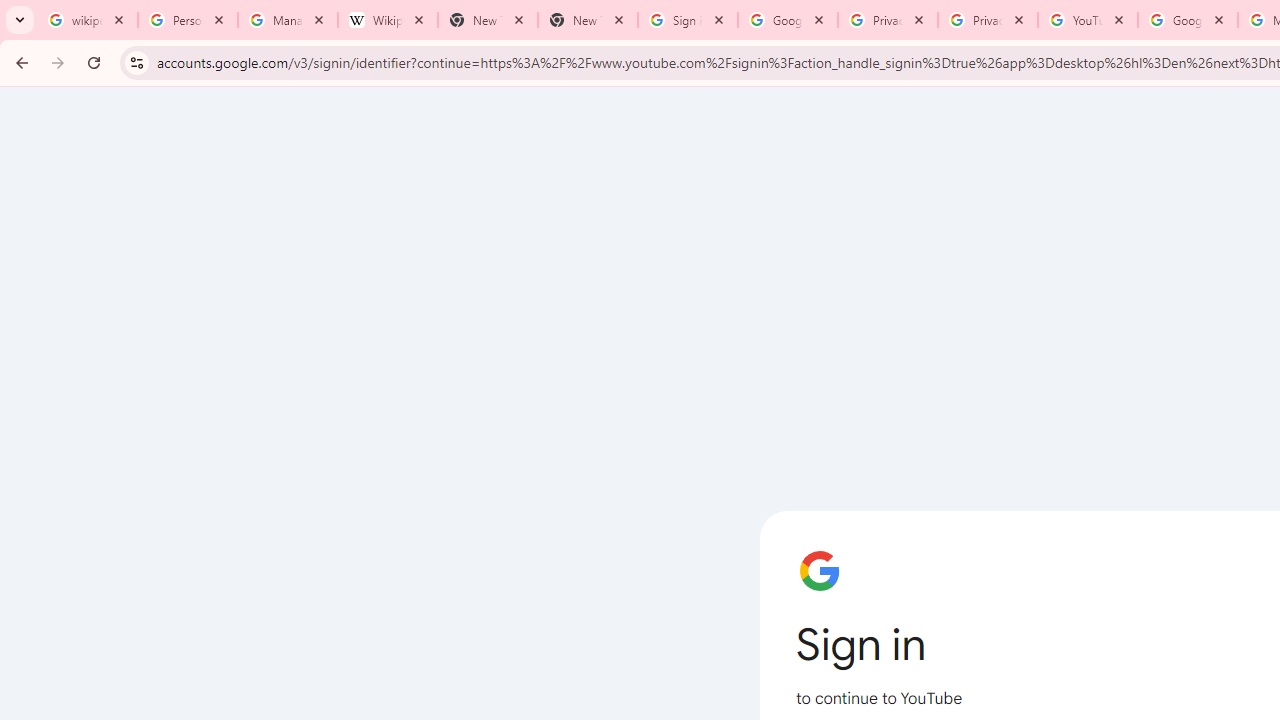 The width and height of the screenshot is (1280, 720). What do you see at coordinates (188, 20) in the screenshot?
I see `'Personalization & Google Search results - Google Search Help'` at bounding box center [188, 20].